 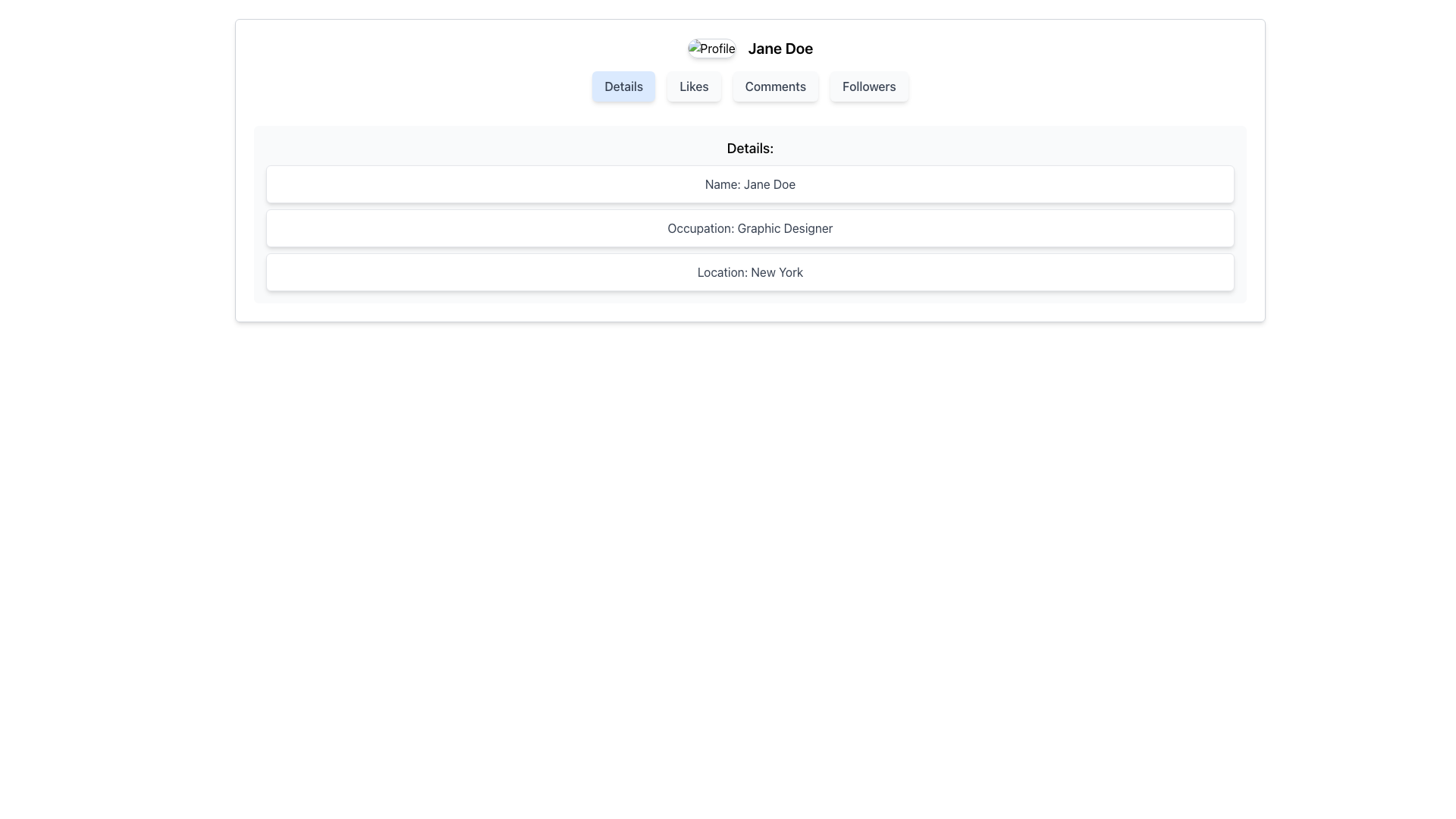 What do you see at coordinates (869, 86) in the screenshot?
I see `the 'Followers' button to prepare for keyboard interaction` at bounding box center [869, 86].